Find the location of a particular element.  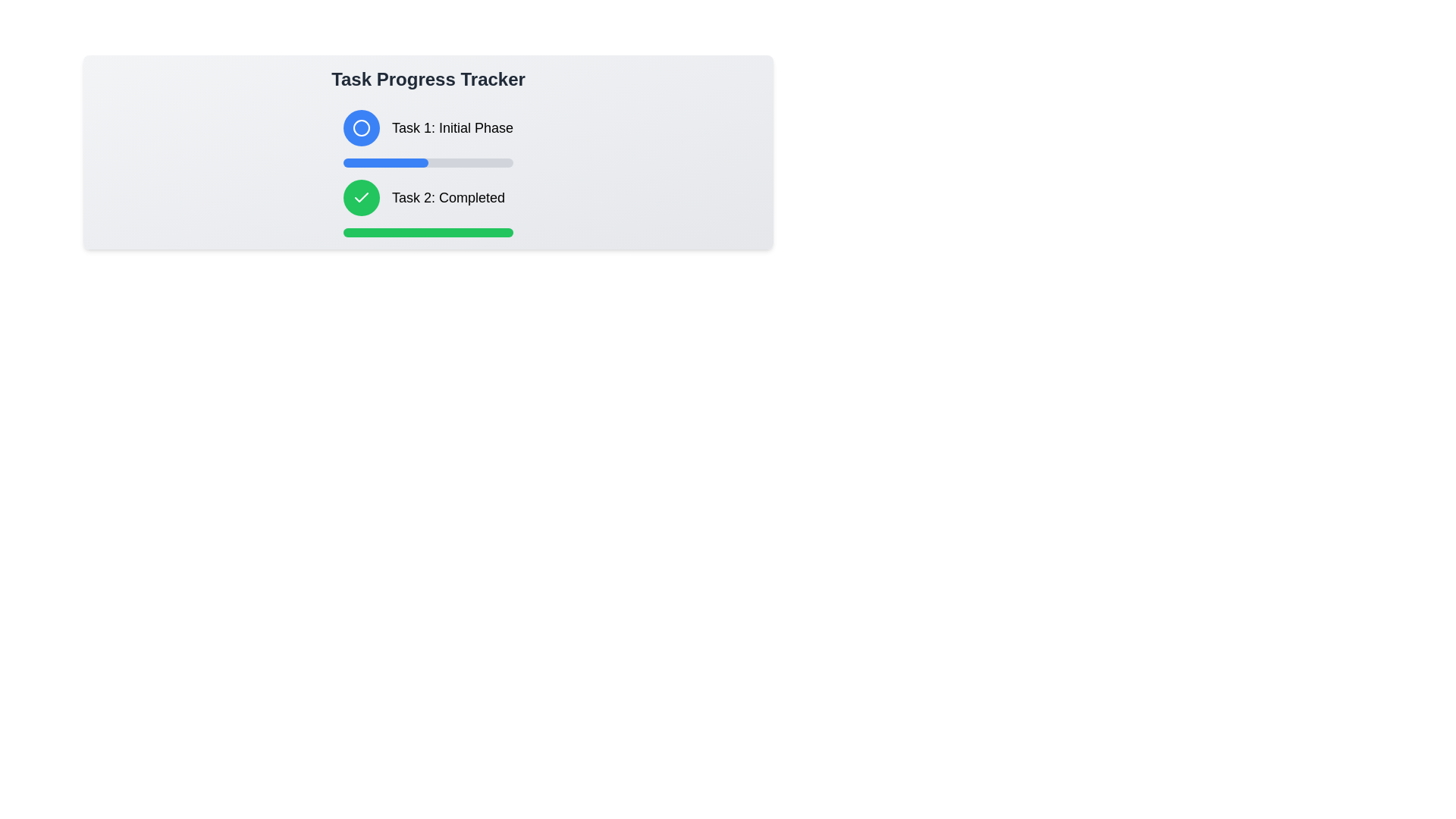

the circular SVG shape located within the blue circular icon next to the text 'Task 1: Initial Phase' is located at coordinates (360, 127).